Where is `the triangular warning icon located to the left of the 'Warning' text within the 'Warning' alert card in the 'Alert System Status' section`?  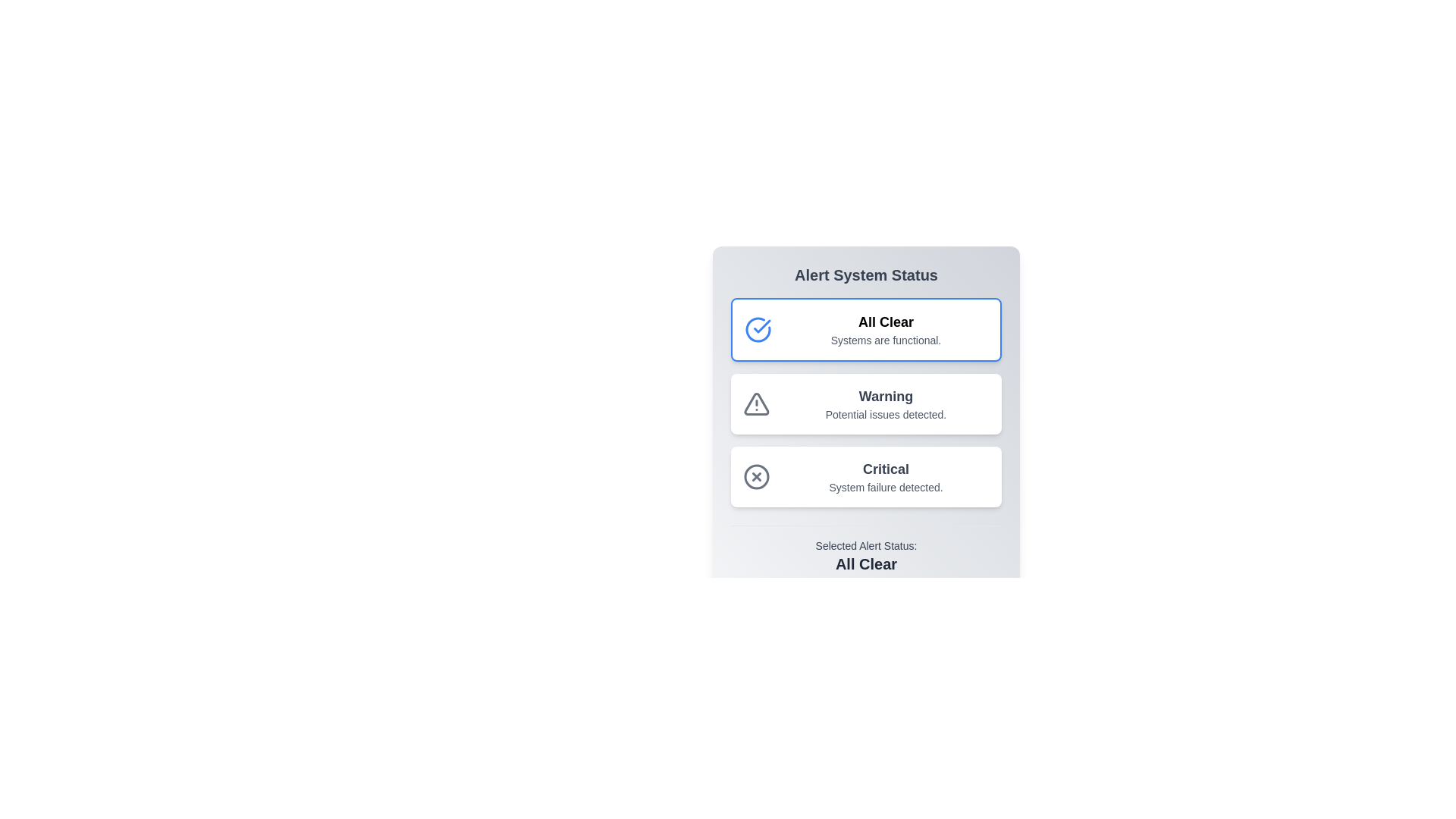 the triangular warning icon located to the left of the 'Warning' text within the 'Warning' alert card in the 'Alert System Status' section is located at coordinates (757, 403).